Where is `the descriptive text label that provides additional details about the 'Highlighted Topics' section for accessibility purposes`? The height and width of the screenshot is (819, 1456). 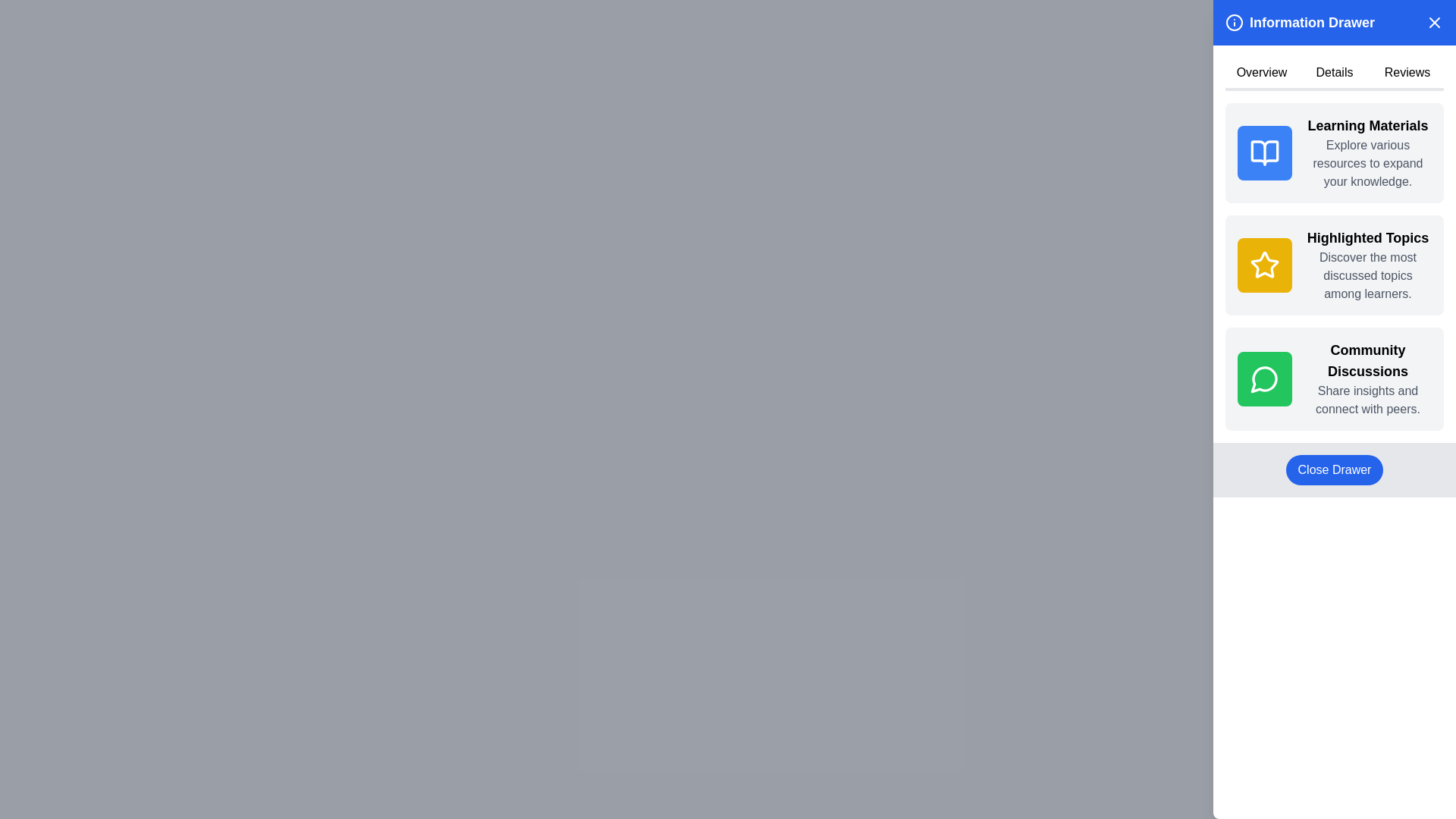 the descriptive text label that provides additional details about the 'Highlighted Topics' section for accessibility purposes is located at coordinates (1368, 275).